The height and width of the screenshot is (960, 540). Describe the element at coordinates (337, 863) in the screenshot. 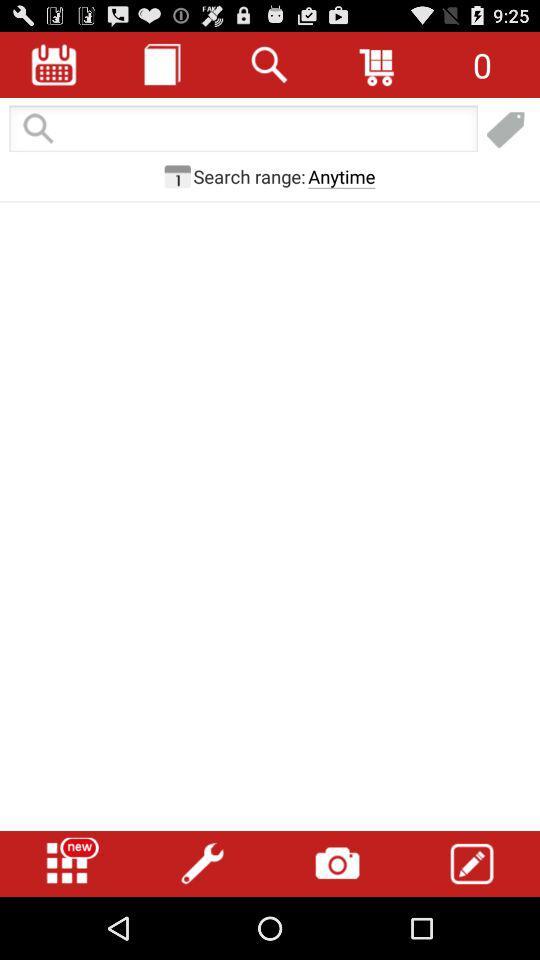

I see `access camara options` at that location.